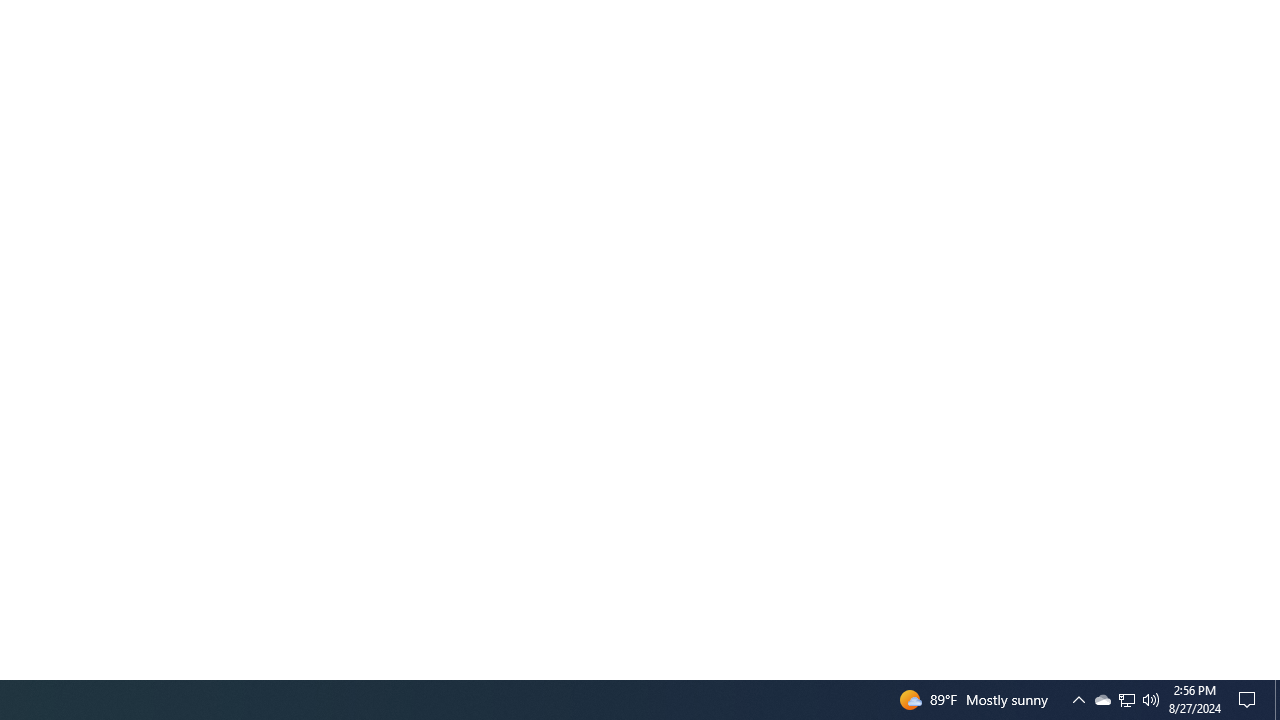  What do you see at coordinates (1250, 698) in the screenshot?
I see `'Show desktop'` at bounding box center [1250, 698].